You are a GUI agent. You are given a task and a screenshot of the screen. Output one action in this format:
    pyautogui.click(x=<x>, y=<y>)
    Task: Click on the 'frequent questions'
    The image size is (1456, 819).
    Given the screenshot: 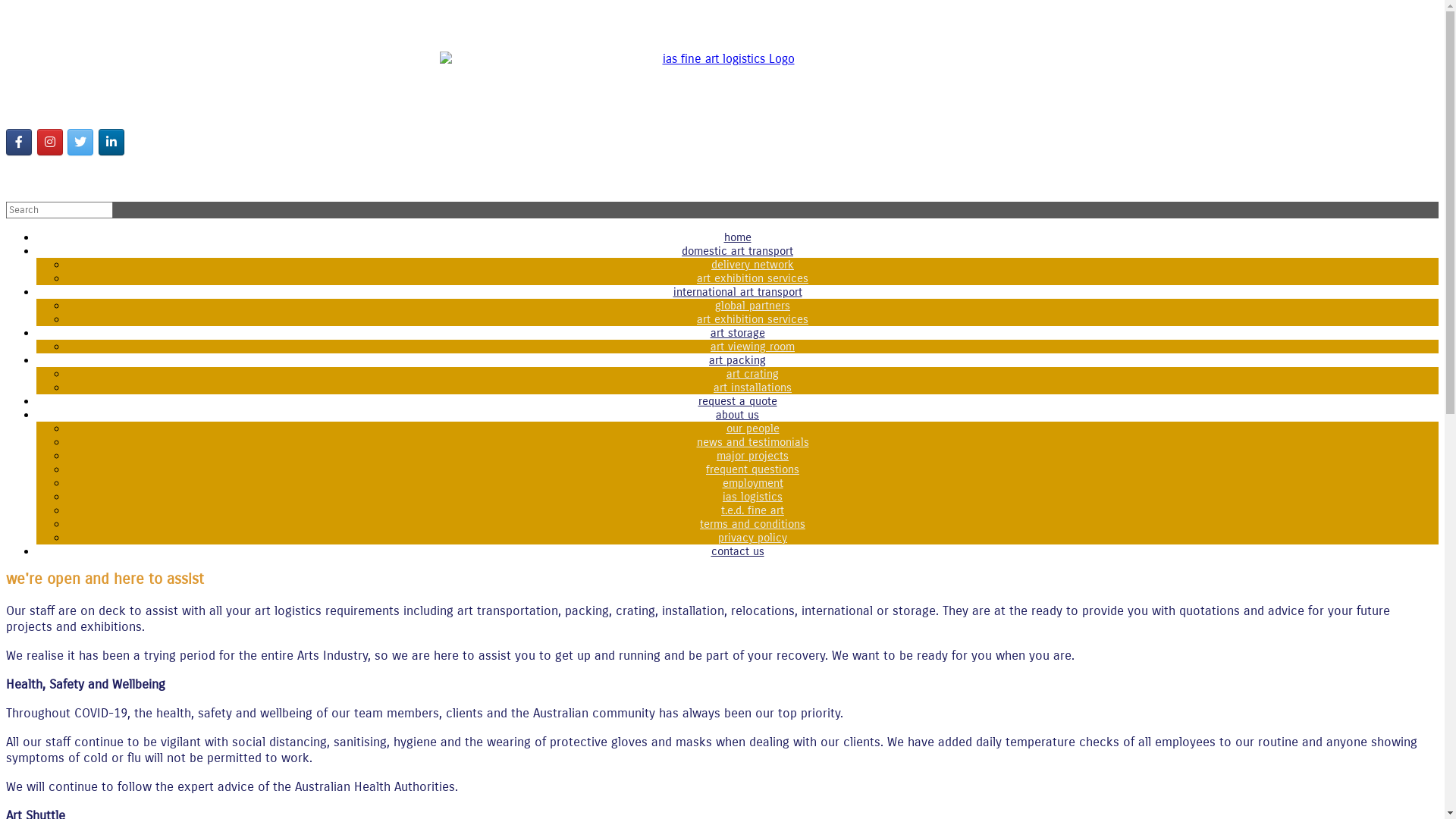 What is the action you would take?
    pyautogui.click(x=752, y=468)
    